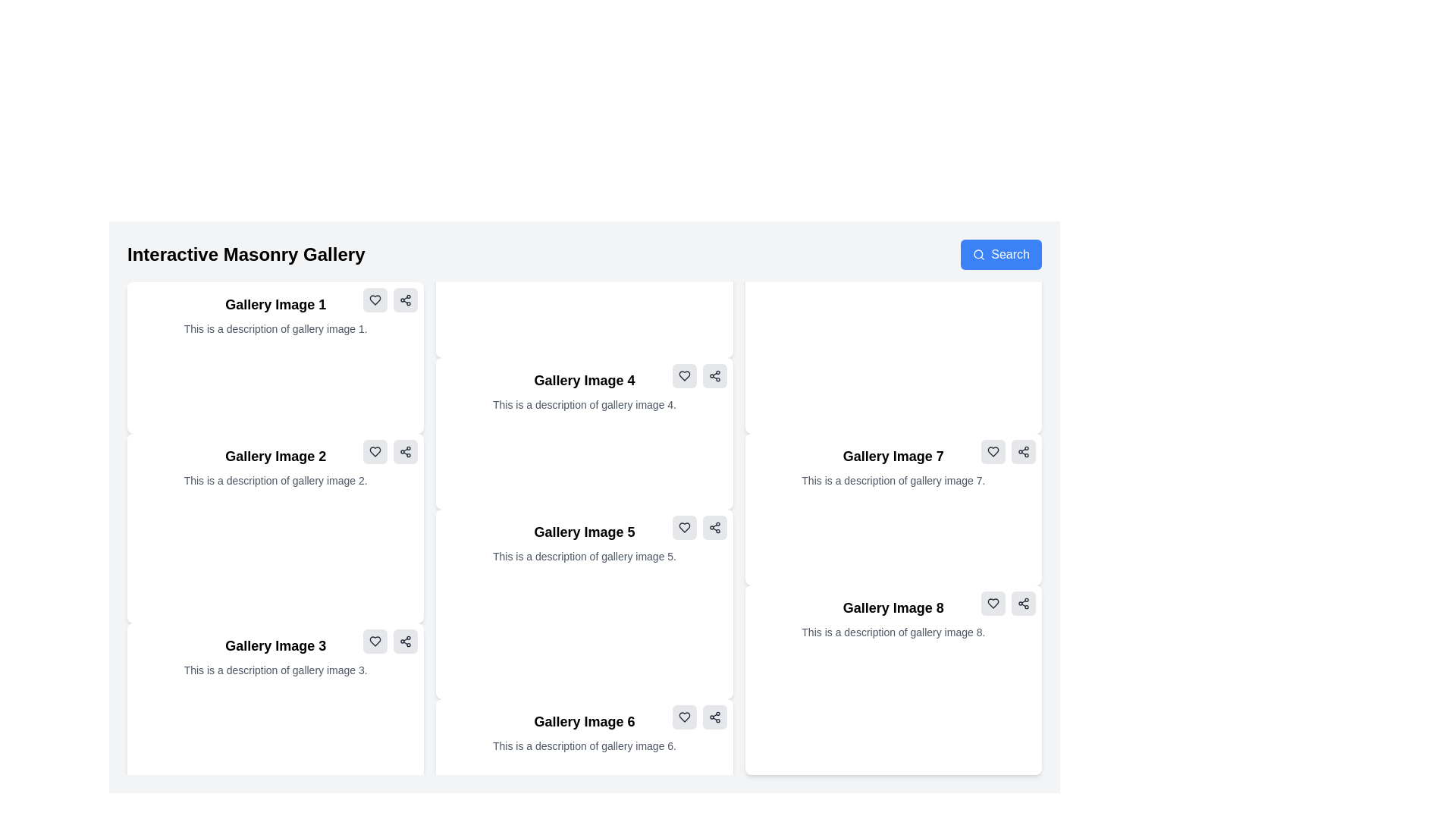 The height and width of the screenshot is (819, 1456). Describe the element at coordinates (275, 455) in the screenshot. I see `text content of the title label for 'Gallery Image 2', which is positioned at the top of its respective box and precedes the description` at that location.